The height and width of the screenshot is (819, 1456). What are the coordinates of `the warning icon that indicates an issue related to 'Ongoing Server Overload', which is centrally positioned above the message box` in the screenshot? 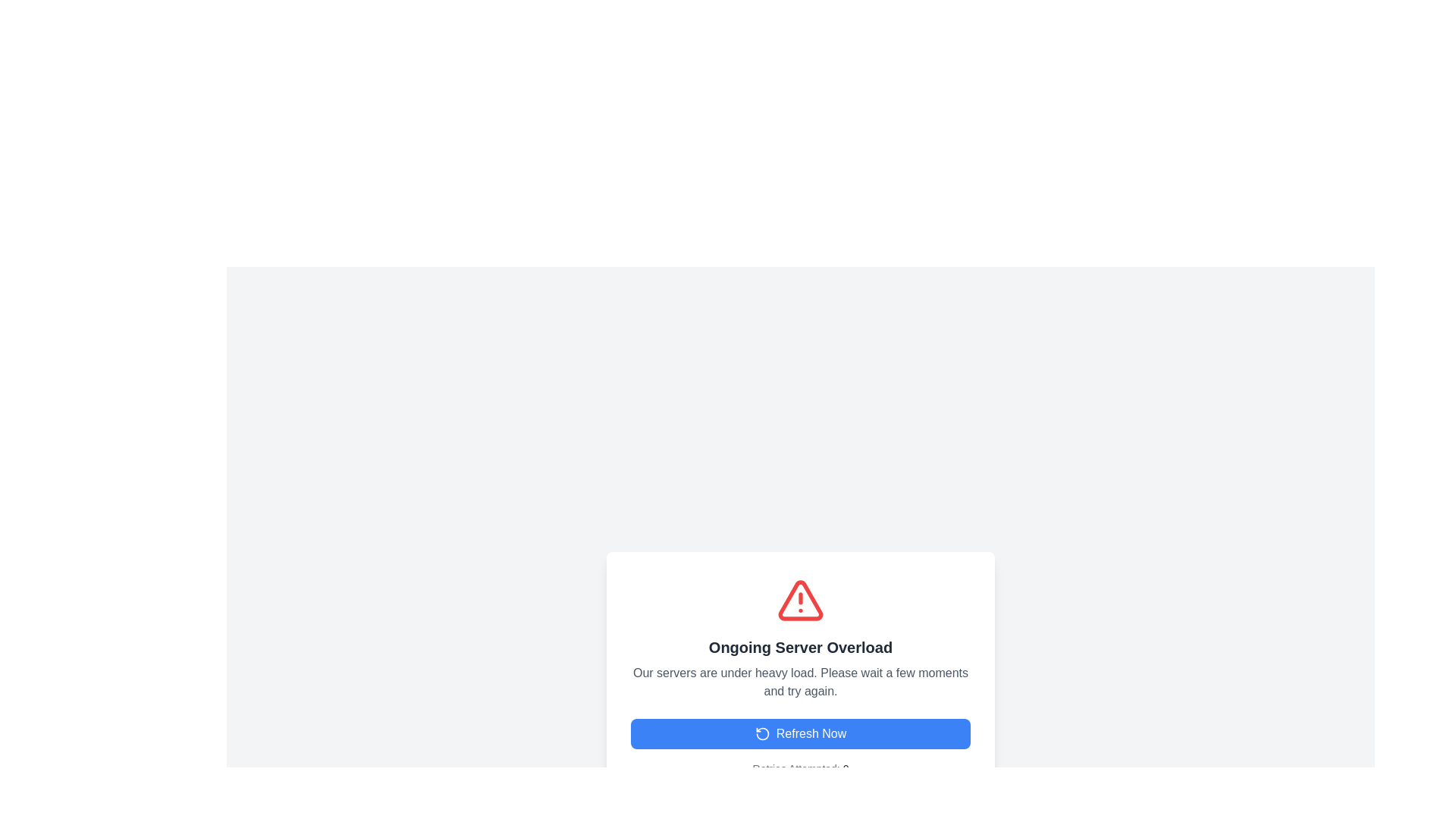 It's located at (800, 599).